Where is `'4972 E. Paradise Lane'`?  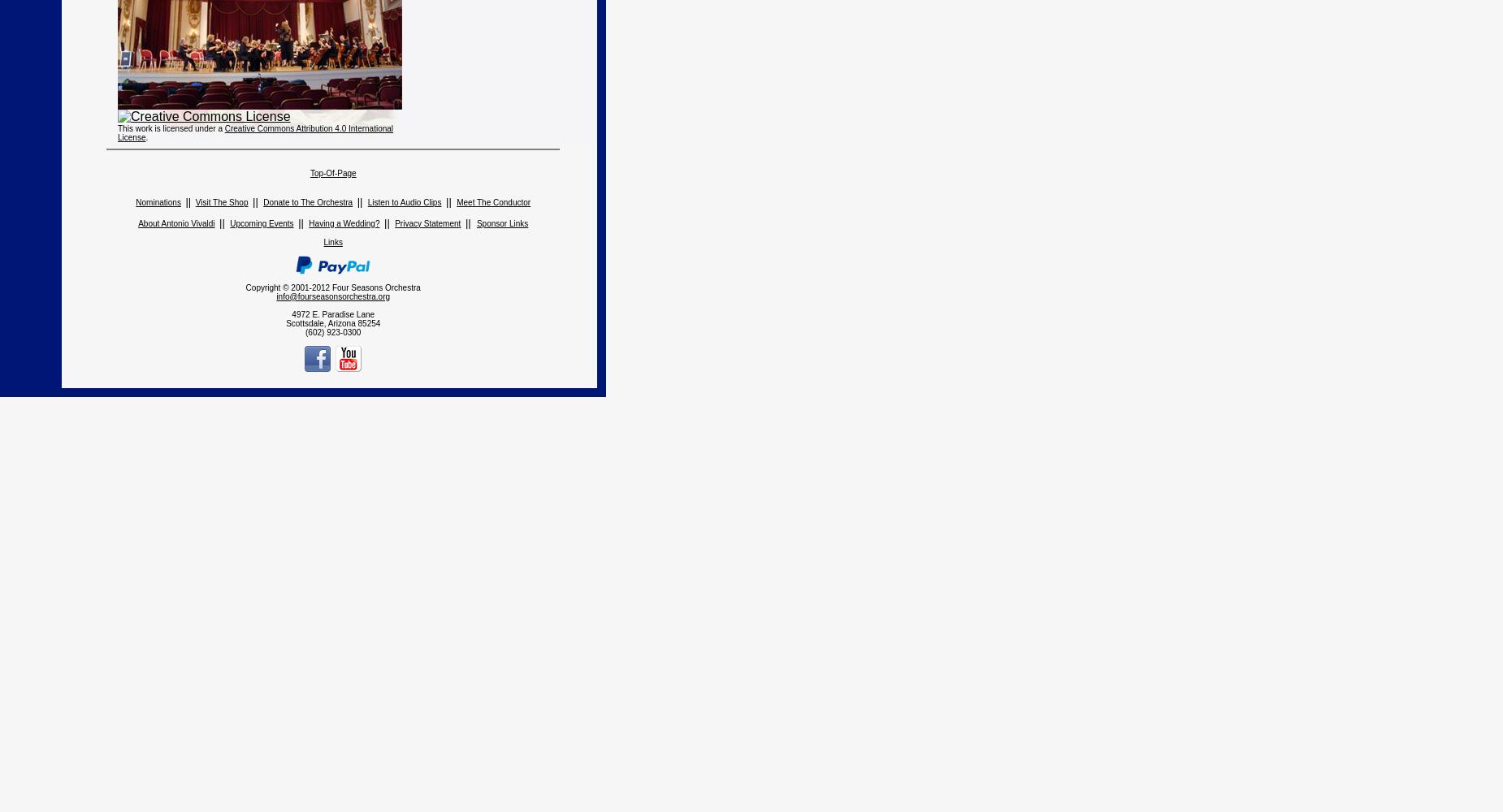 '4972 E. Paradise Lane' is located at coordinates (331, 313).